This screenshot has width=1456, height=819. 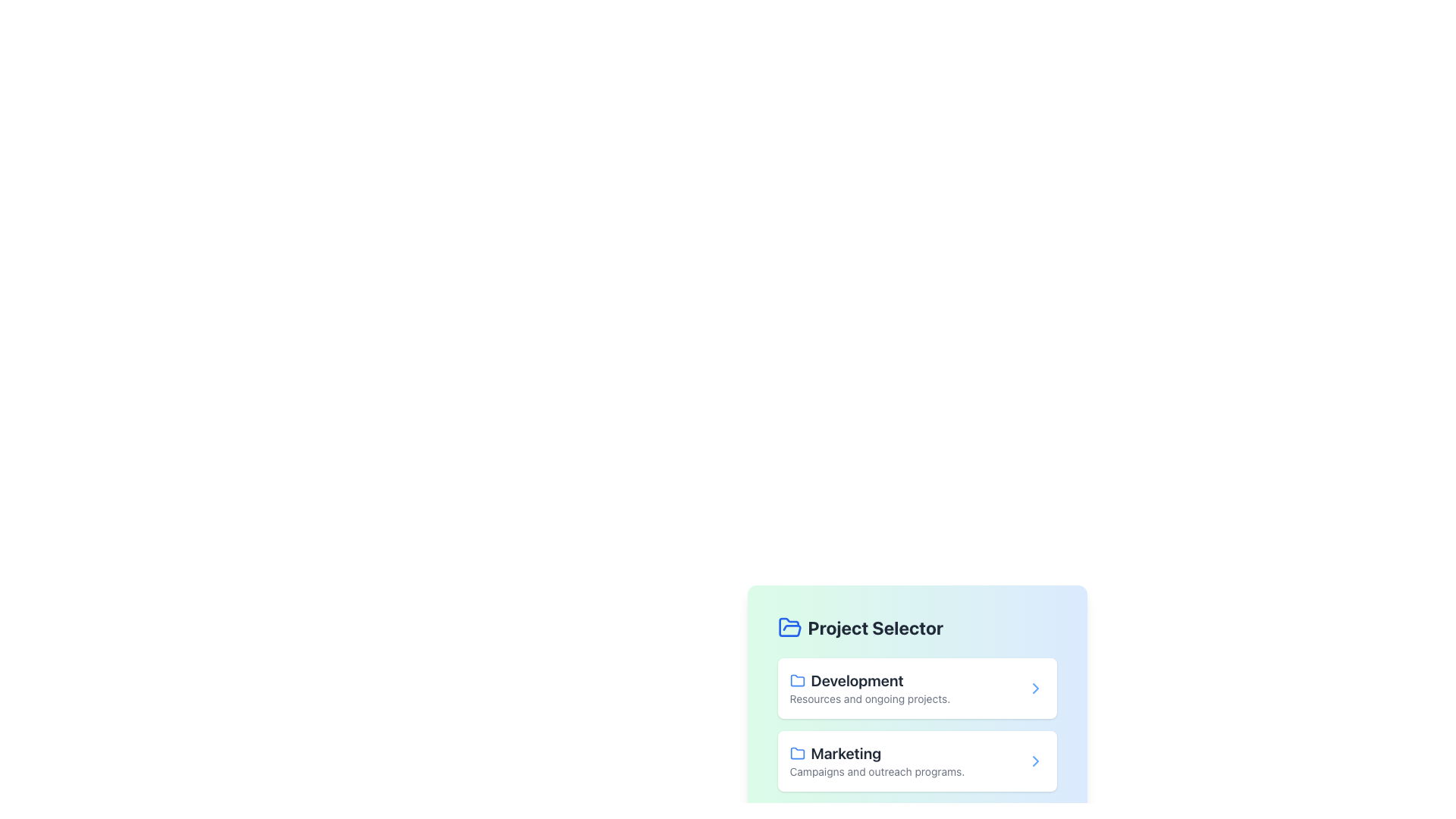 What do you see at coordinates (796, 679) in the screenshot?
I see `the folder icon located at the top-left corner of the card interface` at bounding box center [796, 679].